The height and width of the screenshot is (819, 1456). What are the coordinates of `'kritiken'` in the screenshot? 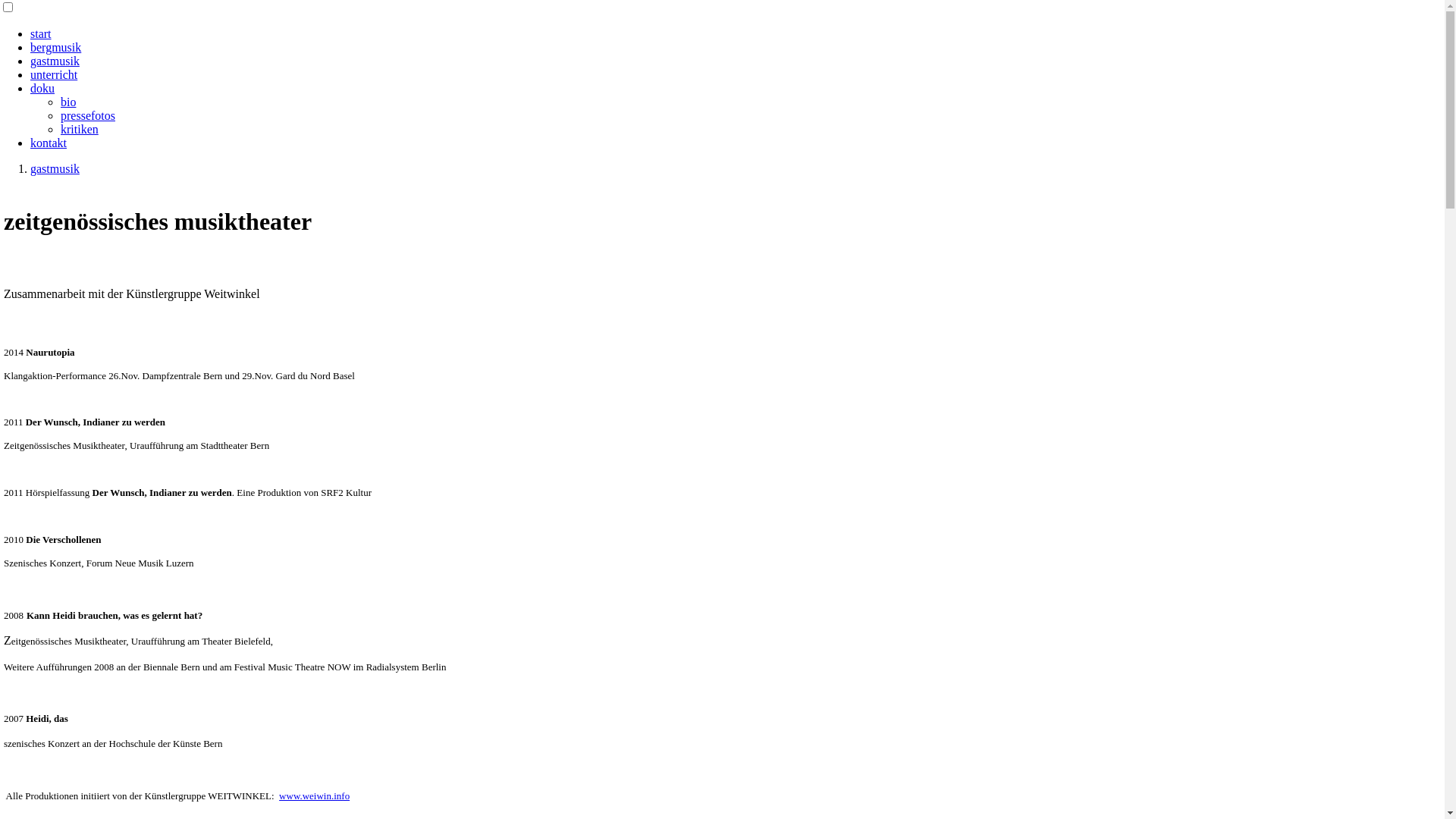 It's located at (79, 128).